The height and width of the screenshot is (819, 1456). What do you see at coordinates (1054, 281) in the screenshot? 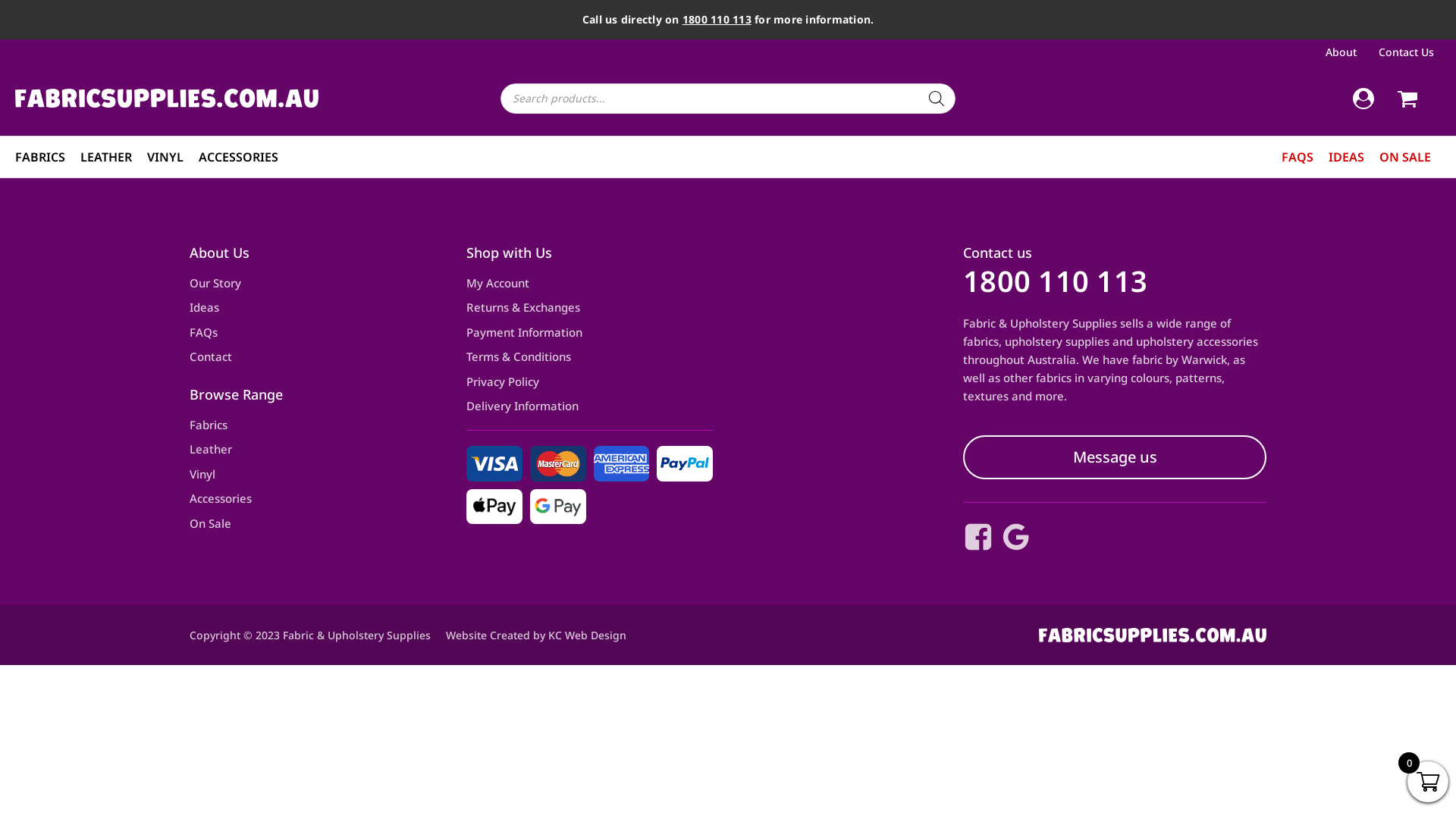
I see `'1800 110 113'` at bounding box center [1054, 281].